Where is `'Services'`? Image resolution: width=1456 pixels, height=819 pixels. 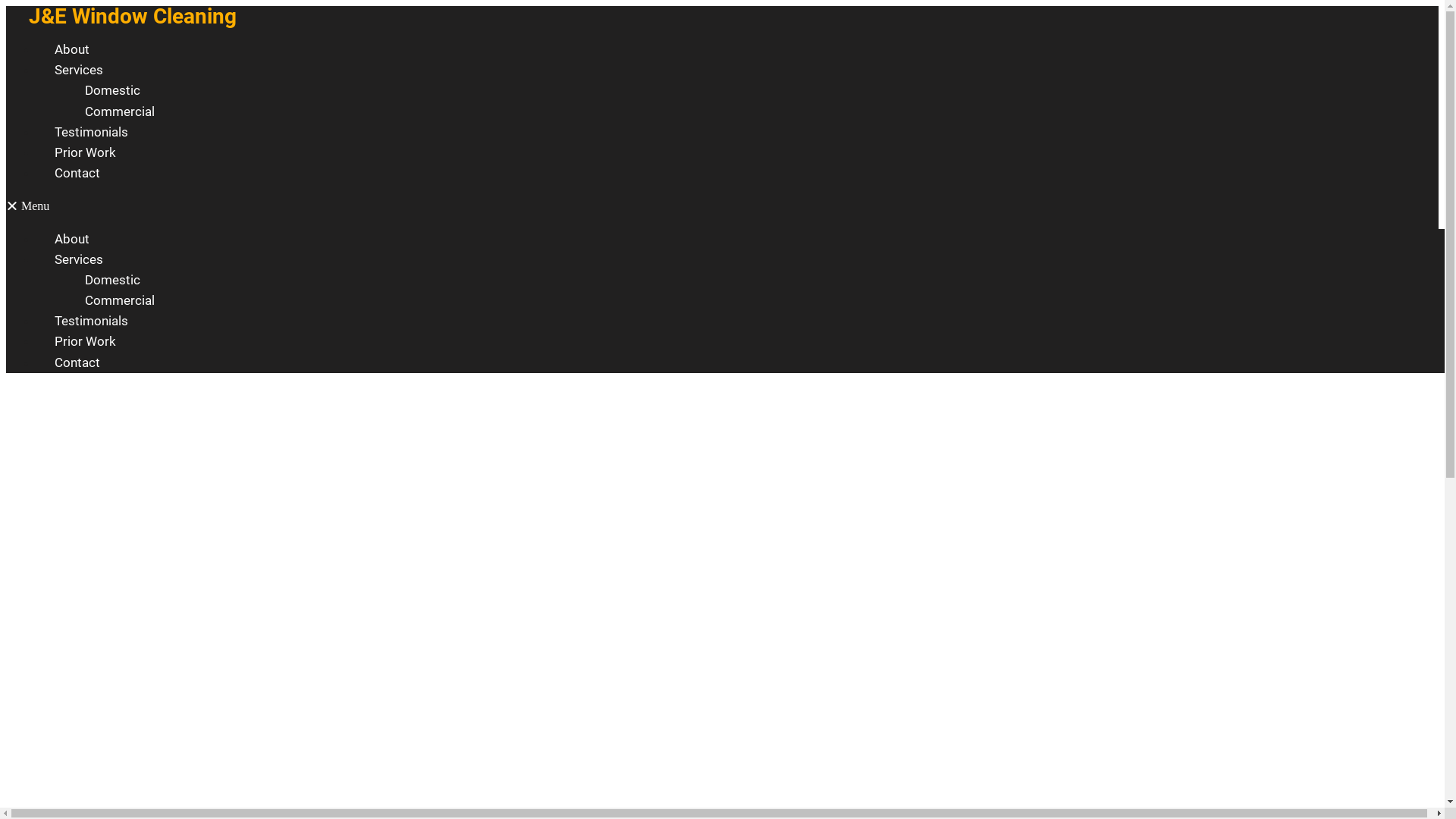
'Services' is located at coordinates (78, 259).